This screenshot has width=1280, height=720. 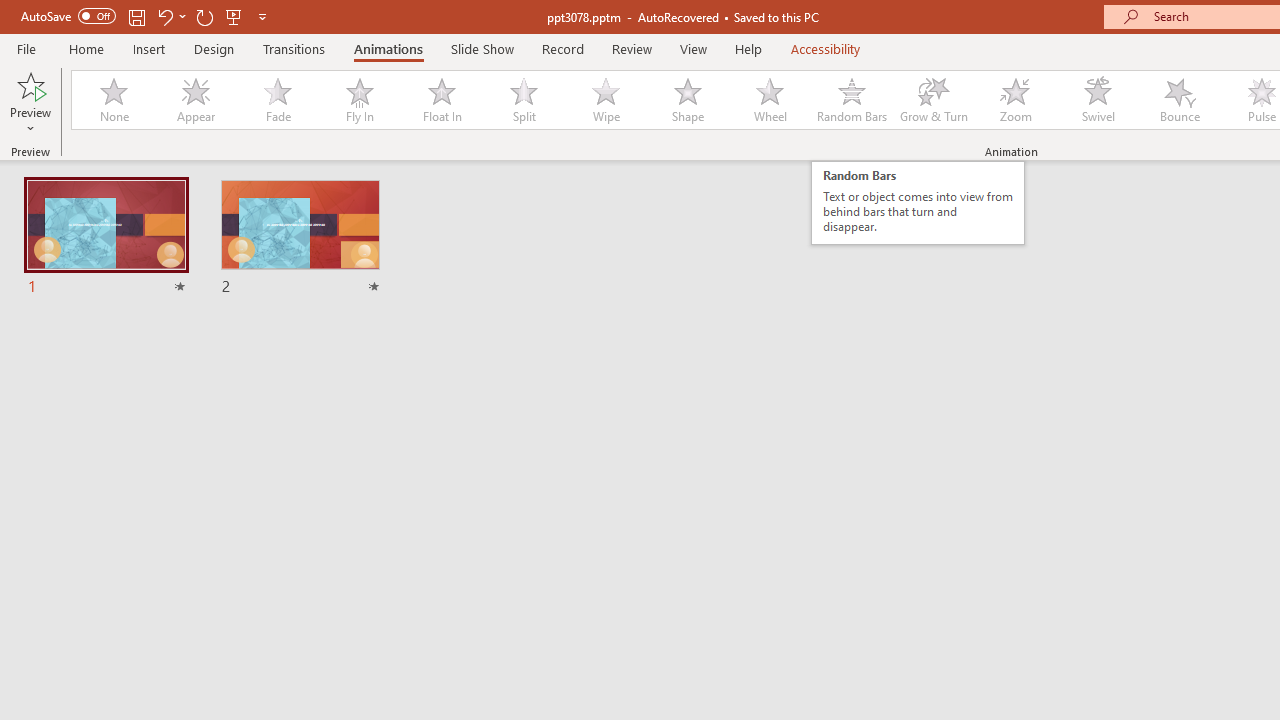 I want to click on 'Random Bars', so click(x=852, y=100).